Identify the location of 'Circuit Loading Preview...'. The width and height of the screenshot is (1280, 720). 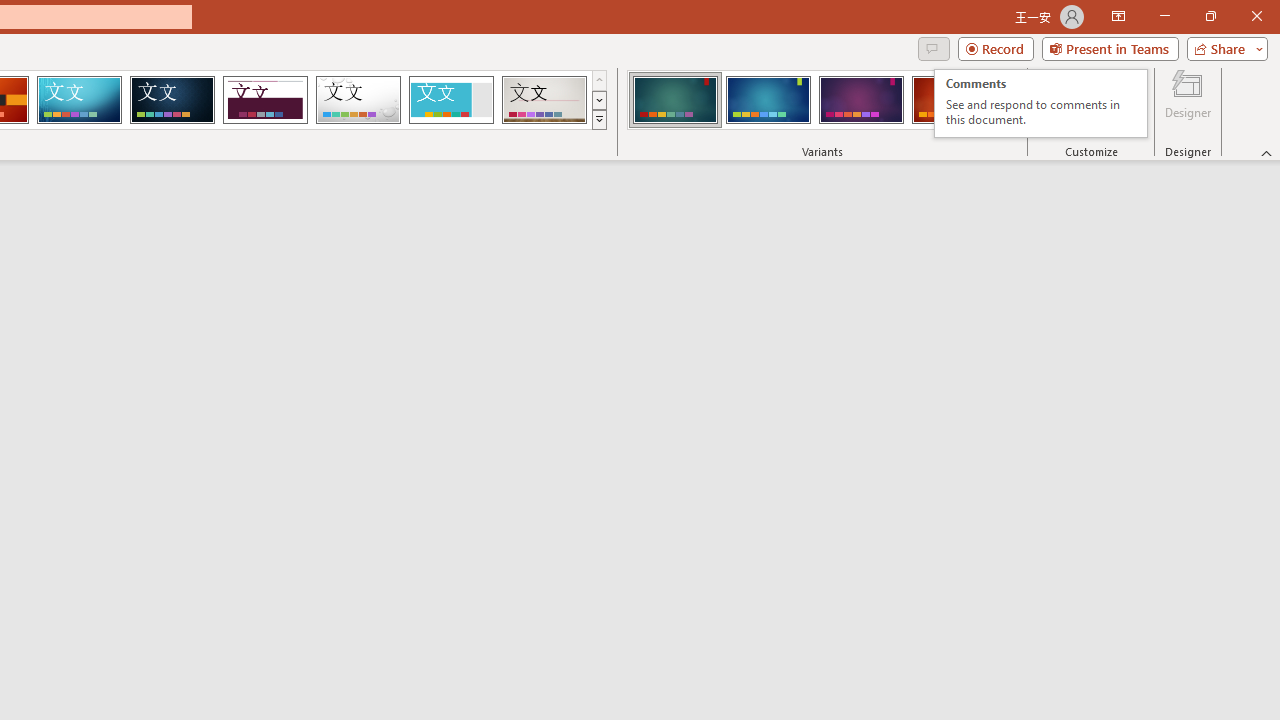
(79, 100).